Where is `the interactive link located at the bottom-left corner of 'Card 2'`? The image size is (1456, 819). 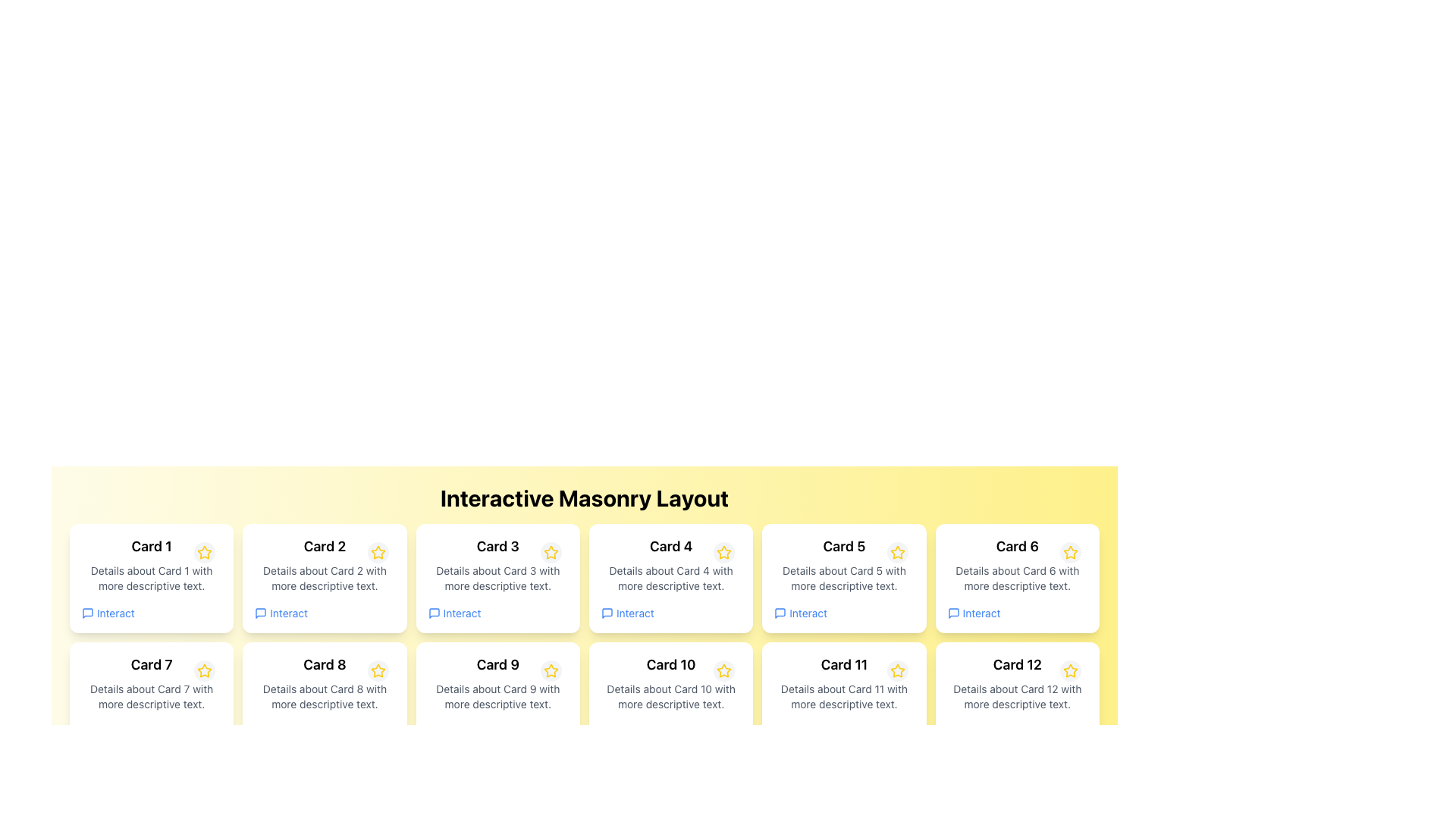
the interactive link located at the bottom-left corner of 'Card 2' is located at coordinates (281, 613).